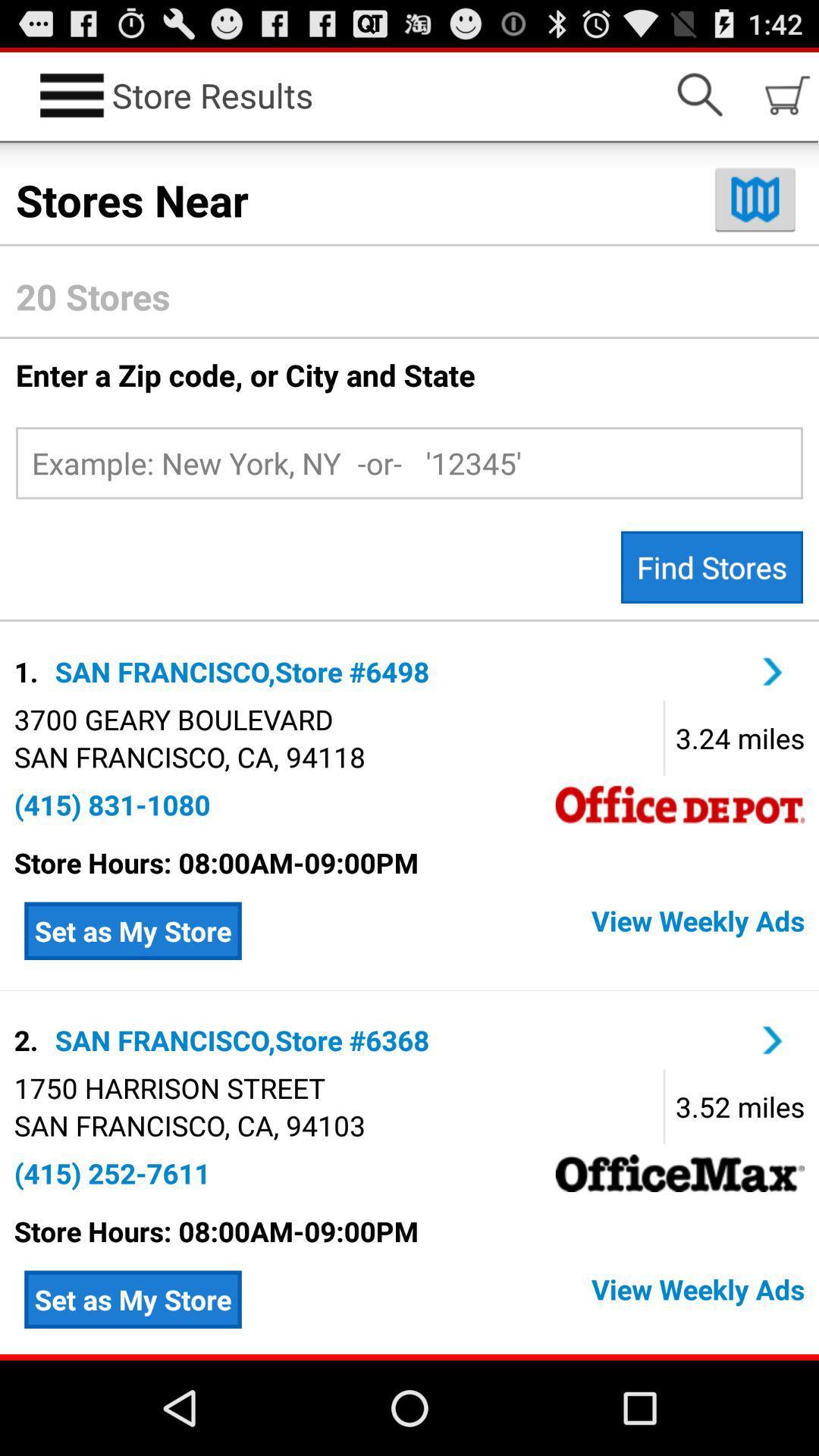  Describe the element at coordinates (409, 462) in the screenshot. I see `edit address text` at that location.